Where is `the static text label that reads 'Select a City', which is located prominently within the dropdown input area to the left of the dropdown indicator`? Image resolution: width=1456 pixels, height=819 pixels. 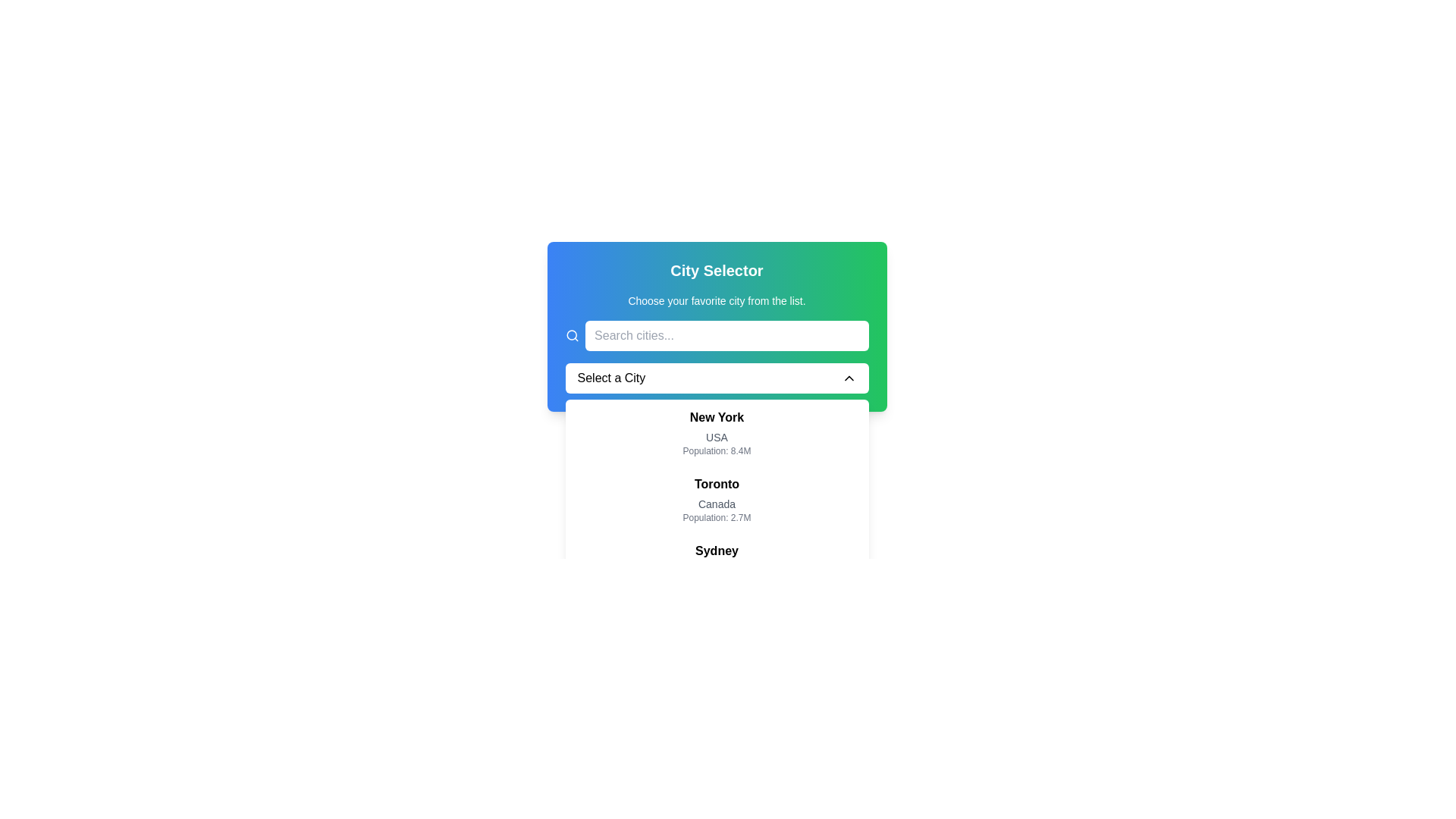
the static text label that reads 'Select a City', which is located prominently within the dropdown input area to the left of the dropdown indicator is located at coordinates (611, 377).